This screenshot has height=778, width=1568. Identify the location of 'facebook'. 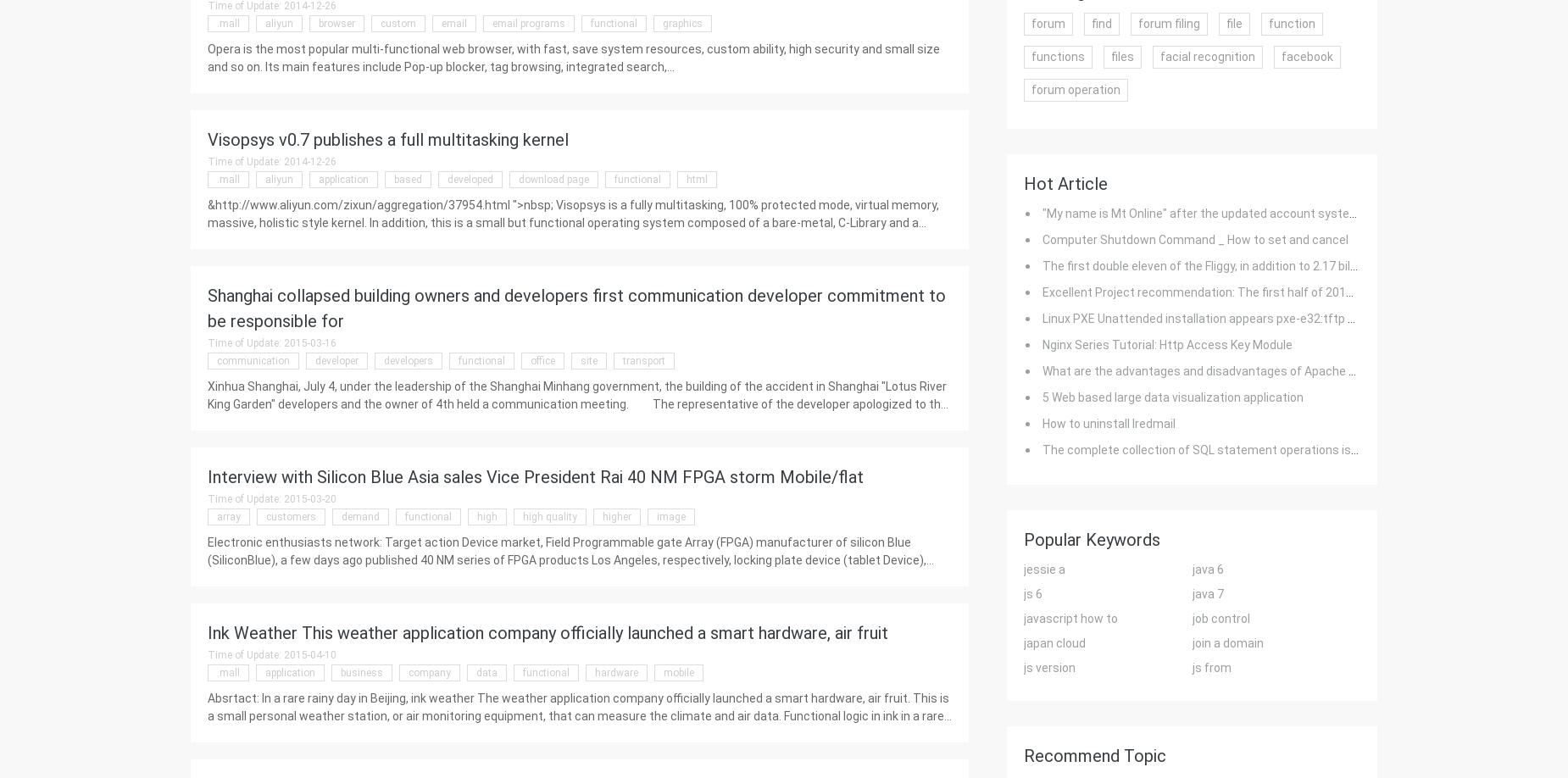
(1307, 57).